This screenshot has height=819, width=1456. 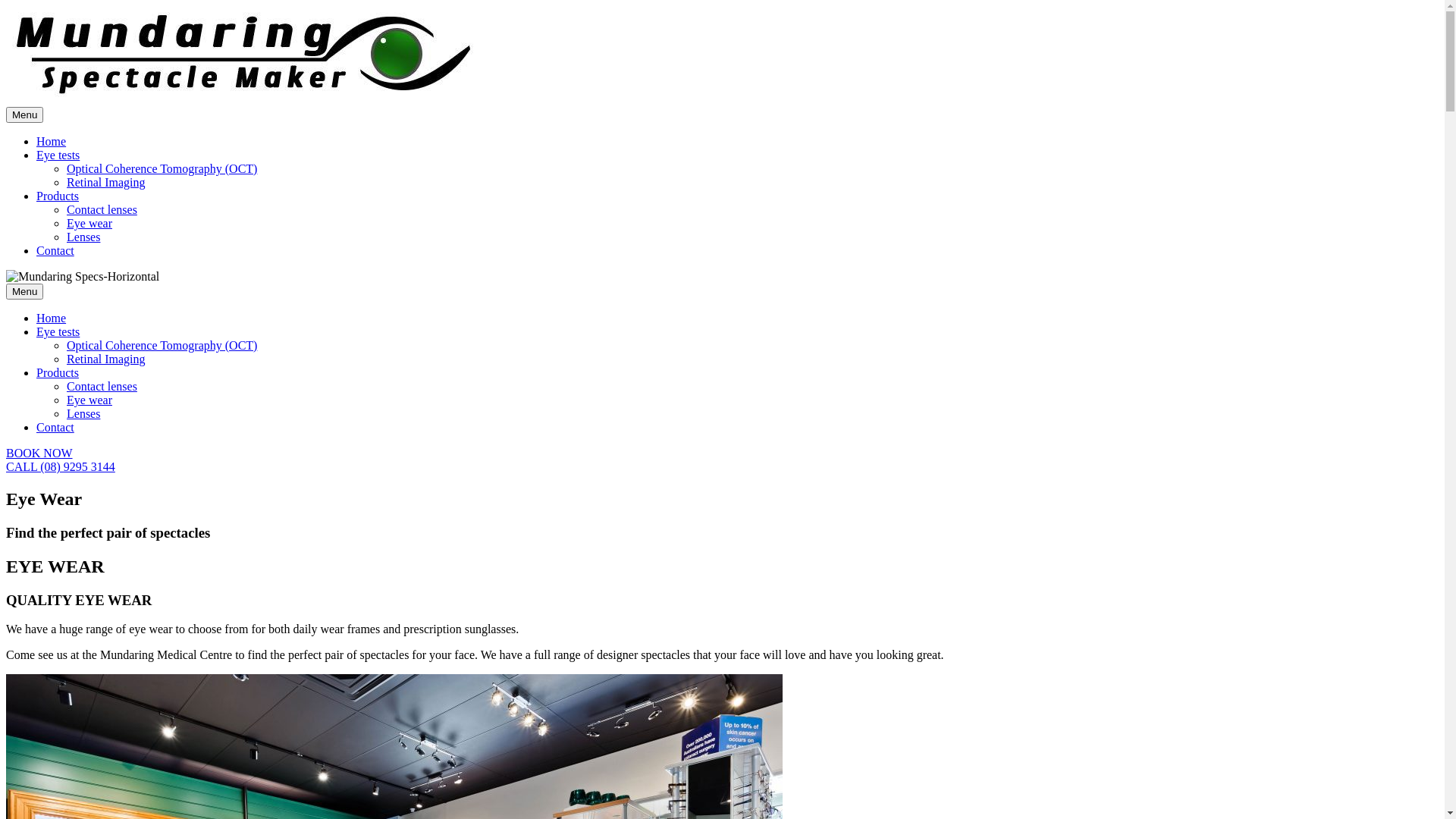 I want to click on 'Lenses', so click(x=83, y=237).